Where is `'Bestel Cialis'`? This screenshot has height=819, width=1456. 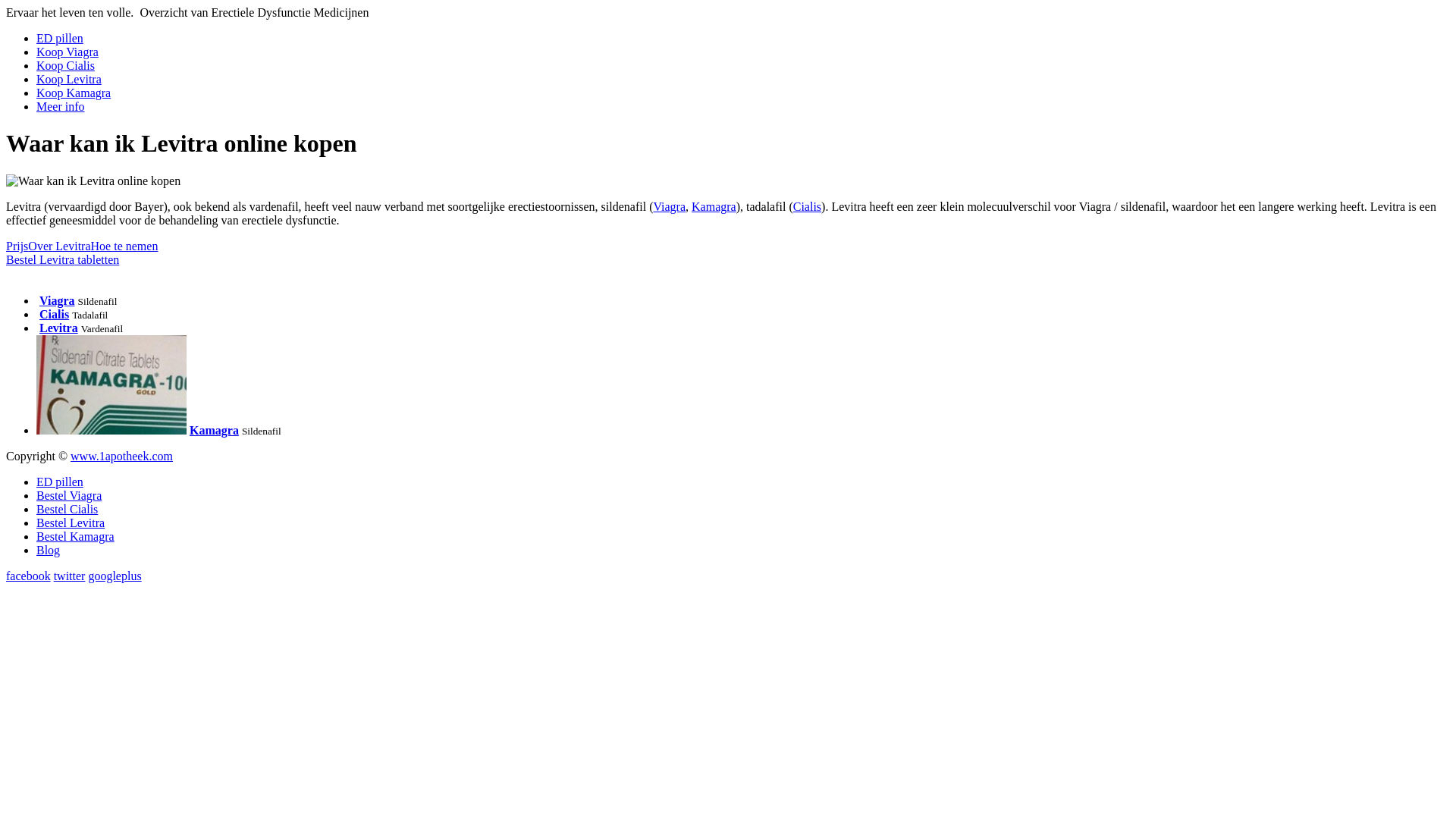
'Bestel Cialis' is located at coordinates (66, 509).